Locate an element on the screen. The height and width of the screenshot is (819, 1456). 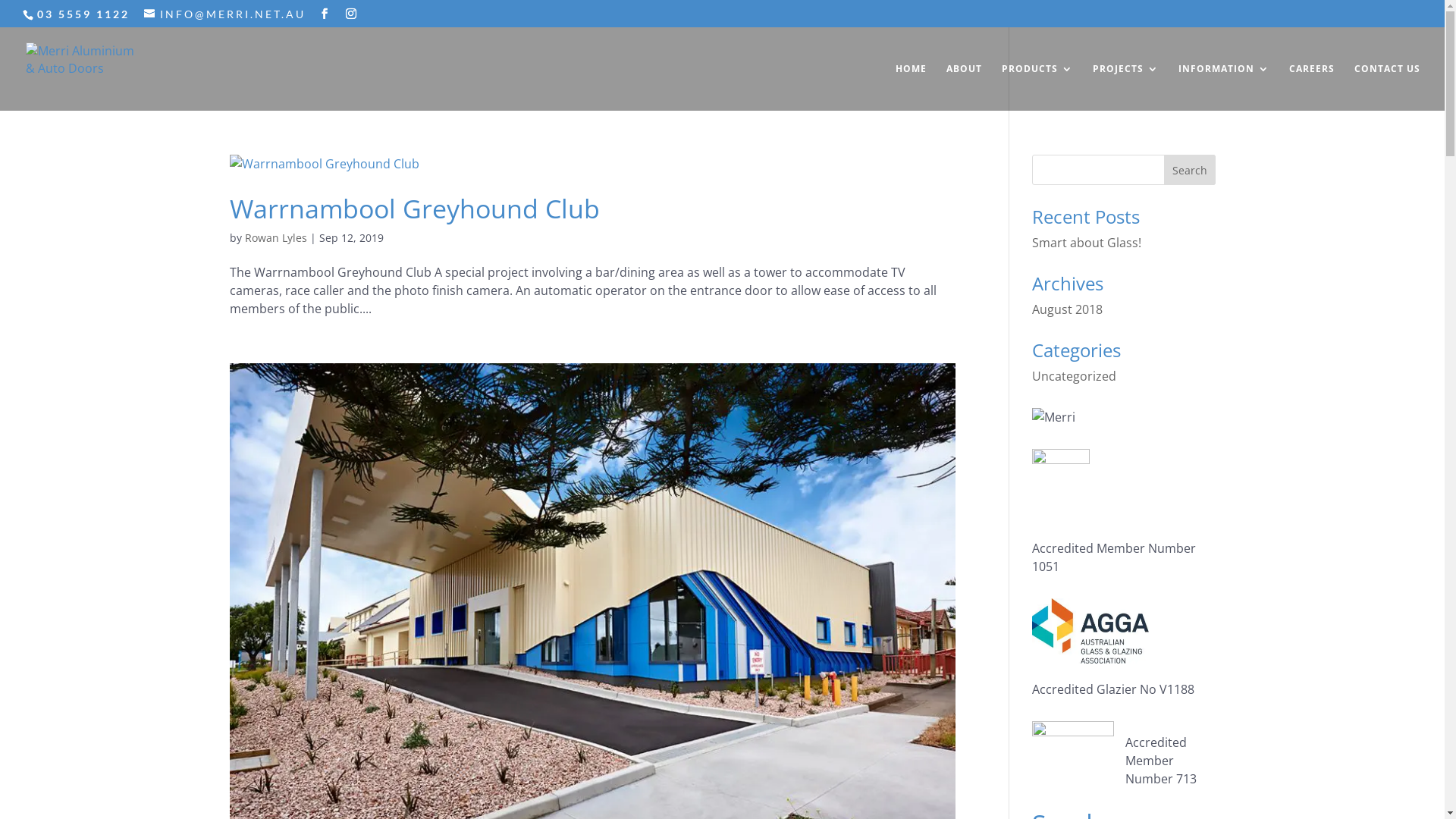
'PROJECTS' is located at coordinates (1125, 87).